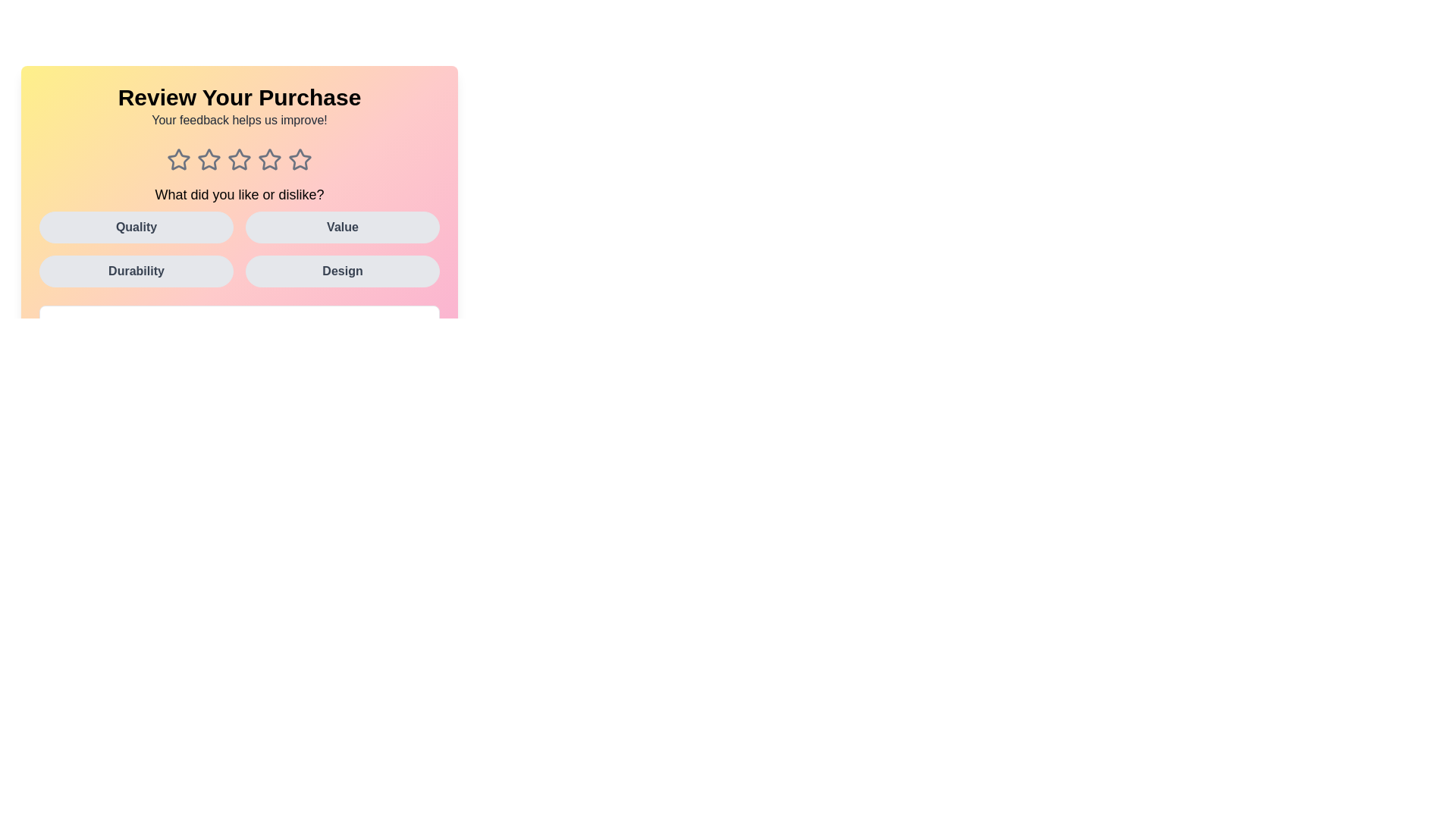 This screenshot has height=819, width=1456. I want to click on the third interactive star icon, so click(269, 159).